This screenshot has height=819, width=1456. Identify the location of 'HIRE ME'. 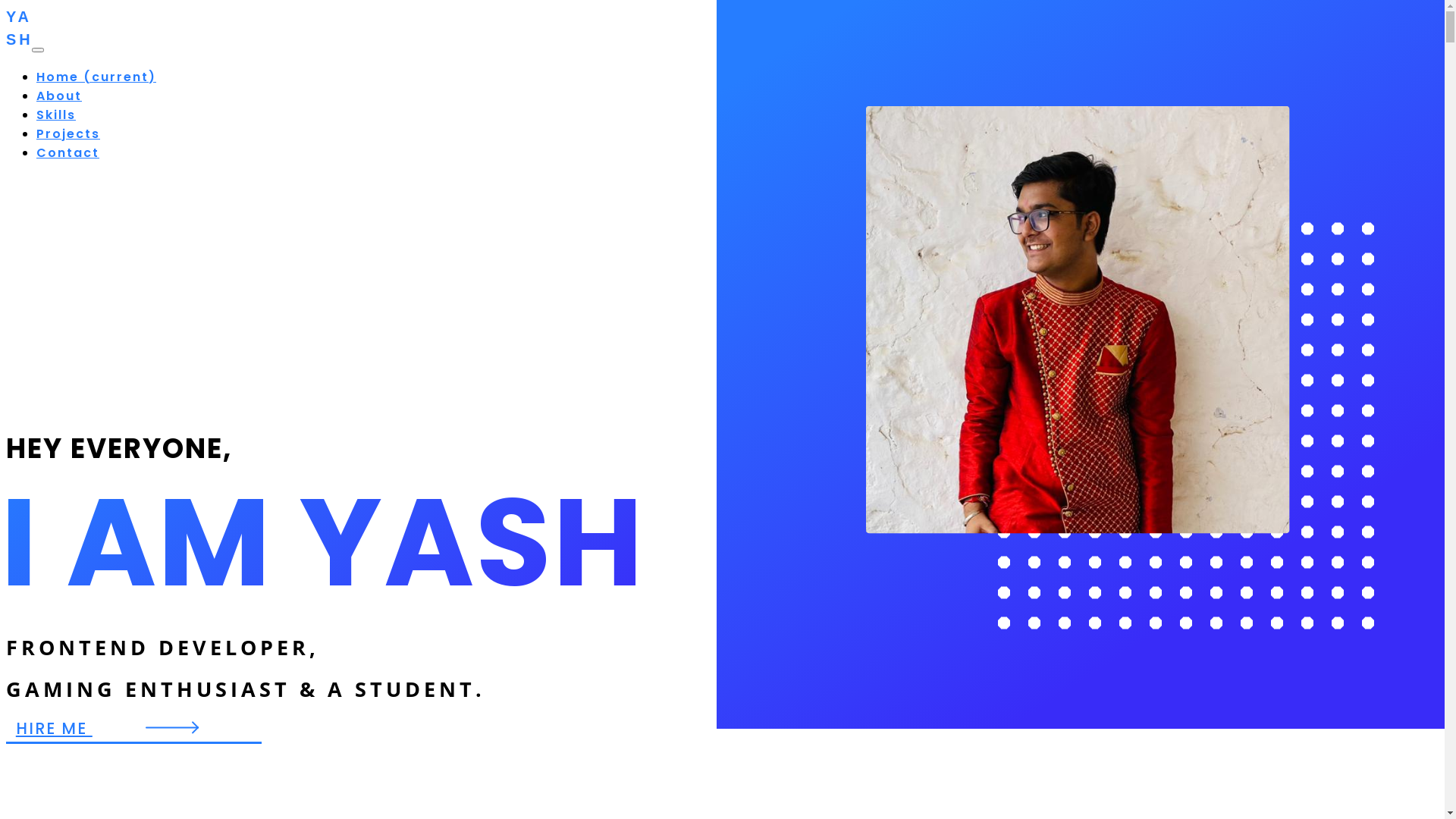
(133, 727).